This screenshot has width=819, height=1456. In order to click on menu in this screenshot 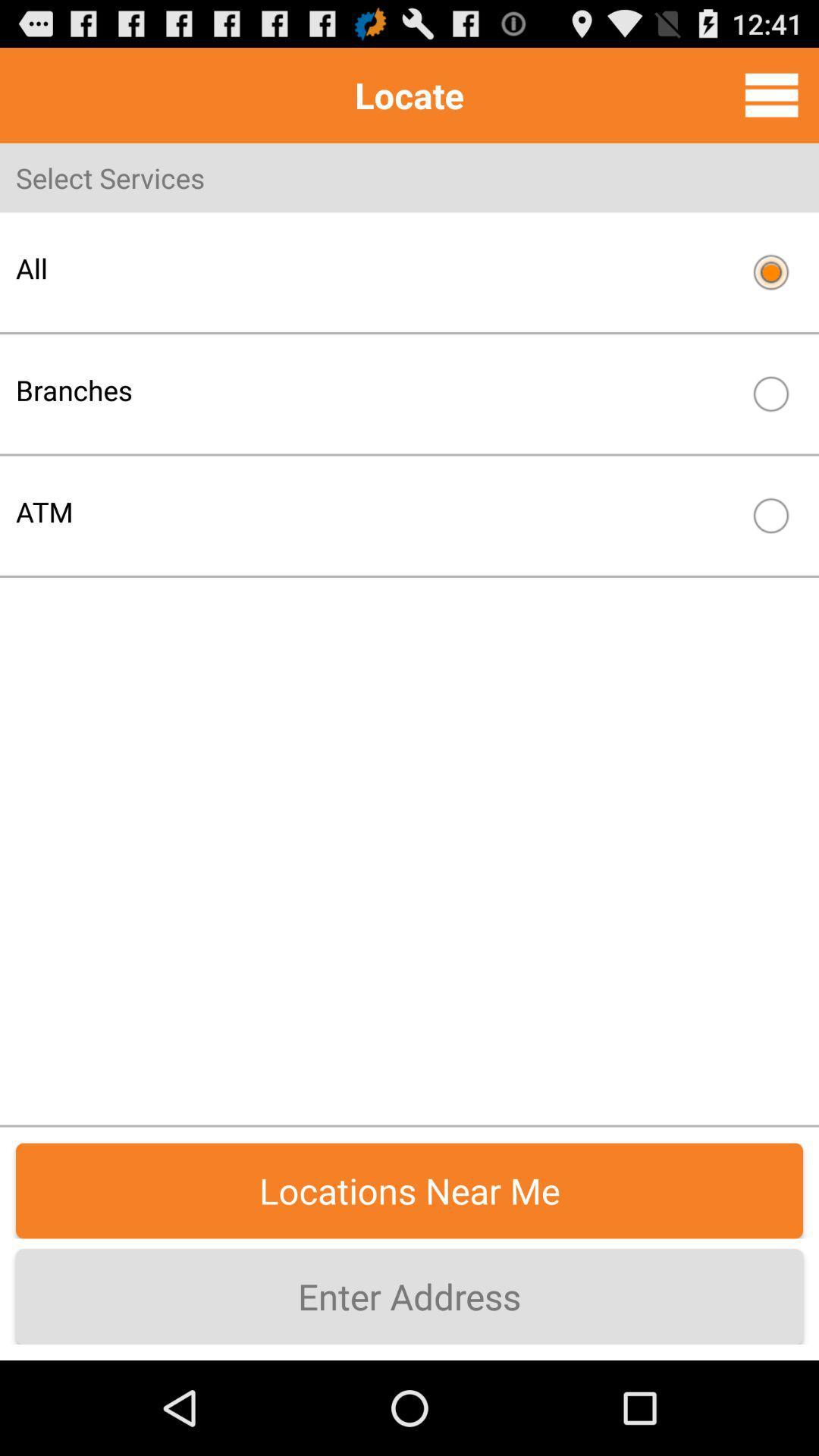, I will do `click(771, 94)`.